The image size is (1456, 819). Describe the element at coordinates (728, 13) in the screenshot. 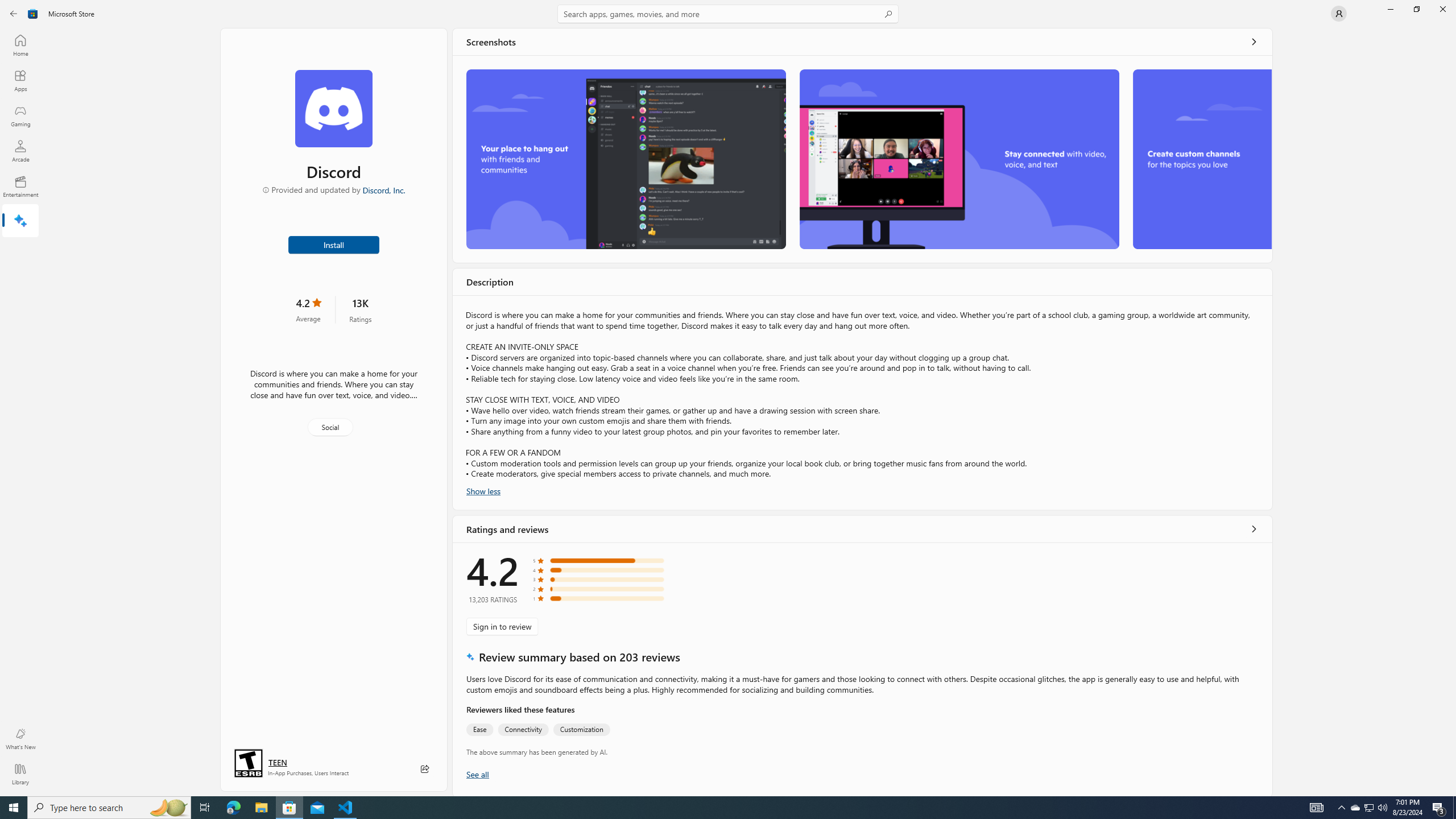

I see `'Search'` at that location.